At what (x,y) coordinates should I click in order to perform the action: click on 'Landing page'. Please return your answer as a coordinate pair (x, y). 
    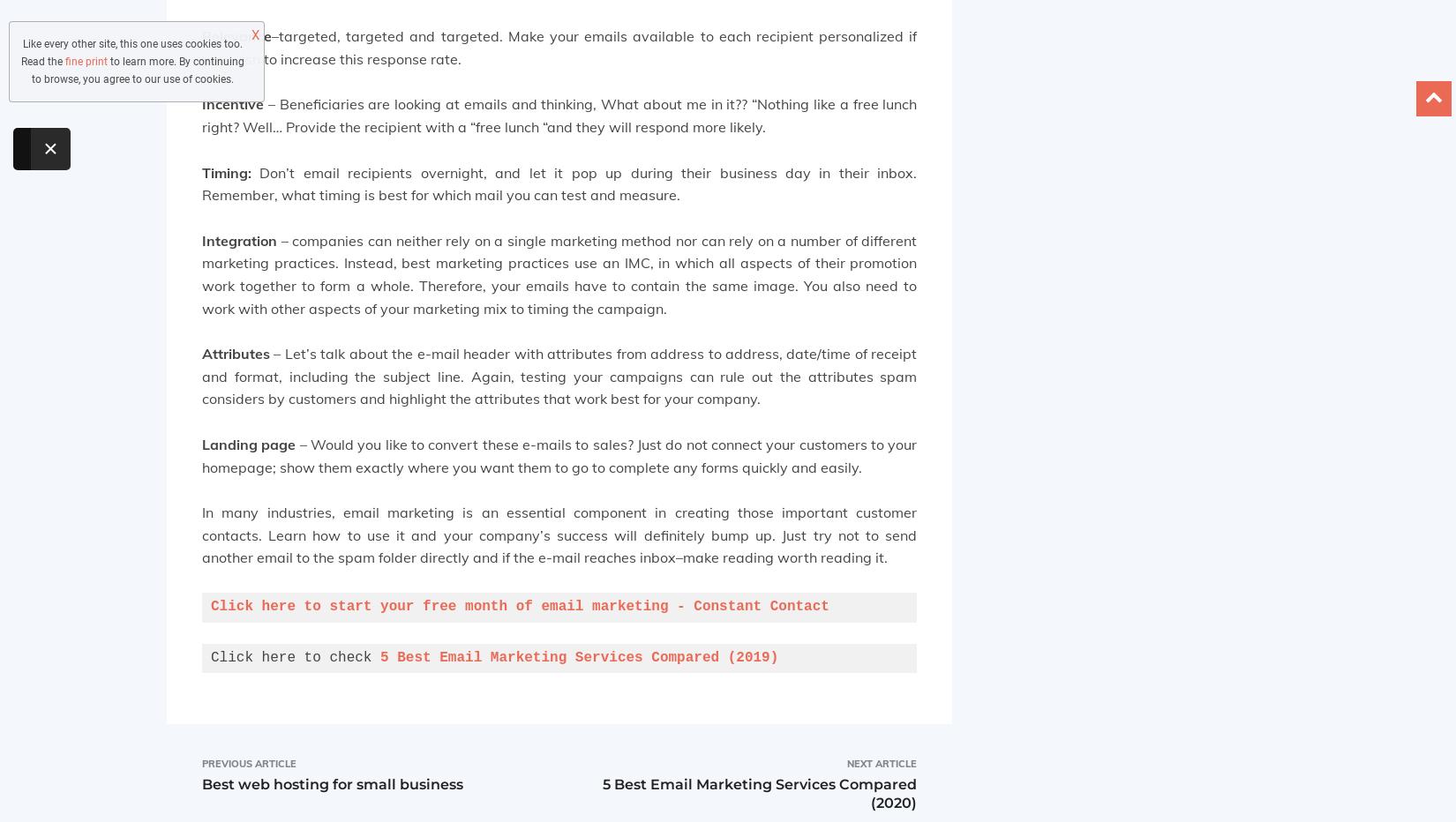
    Looking at the image, I should click on (248, 443).